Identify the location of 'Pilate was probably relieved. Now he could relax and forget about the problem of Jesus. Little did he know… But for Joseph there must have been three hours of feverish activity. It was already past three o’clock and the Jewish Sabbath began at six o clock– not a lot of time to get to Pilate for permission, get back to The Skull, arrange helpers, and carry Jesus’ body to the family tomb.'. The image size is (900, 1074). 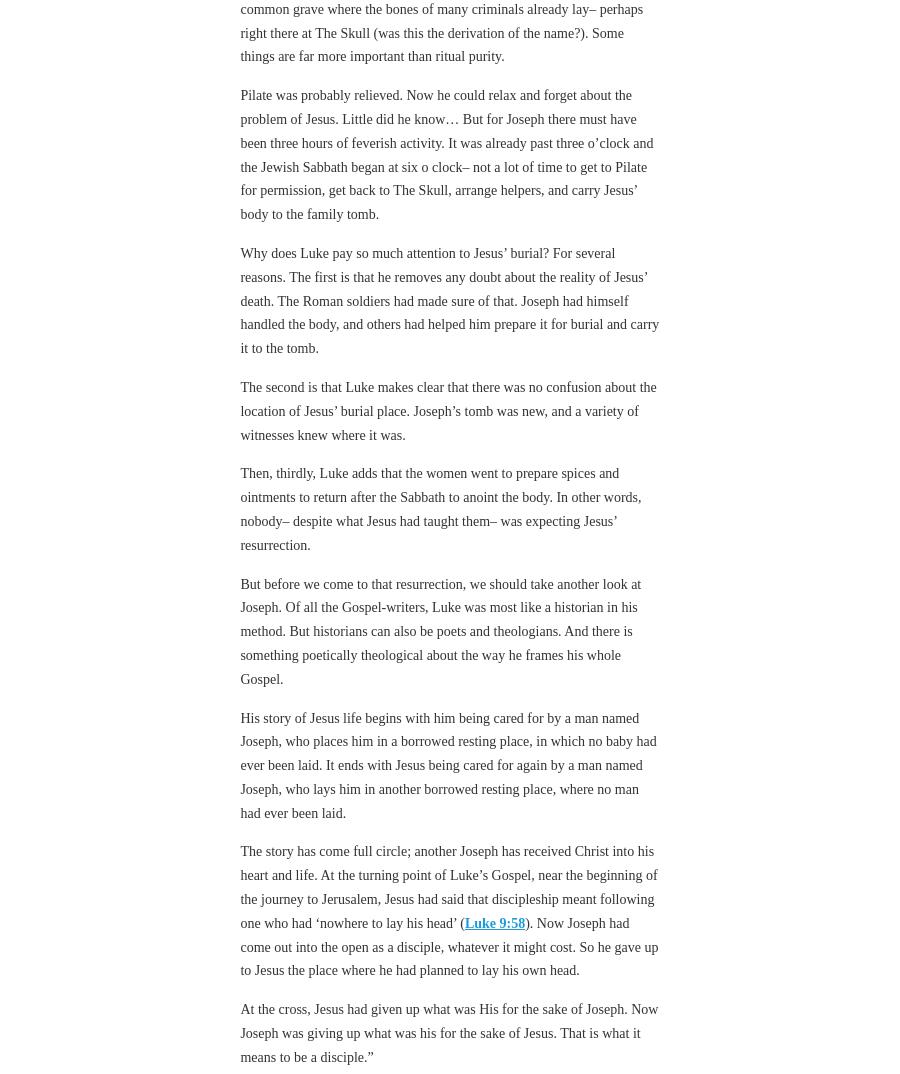
(239, 153).